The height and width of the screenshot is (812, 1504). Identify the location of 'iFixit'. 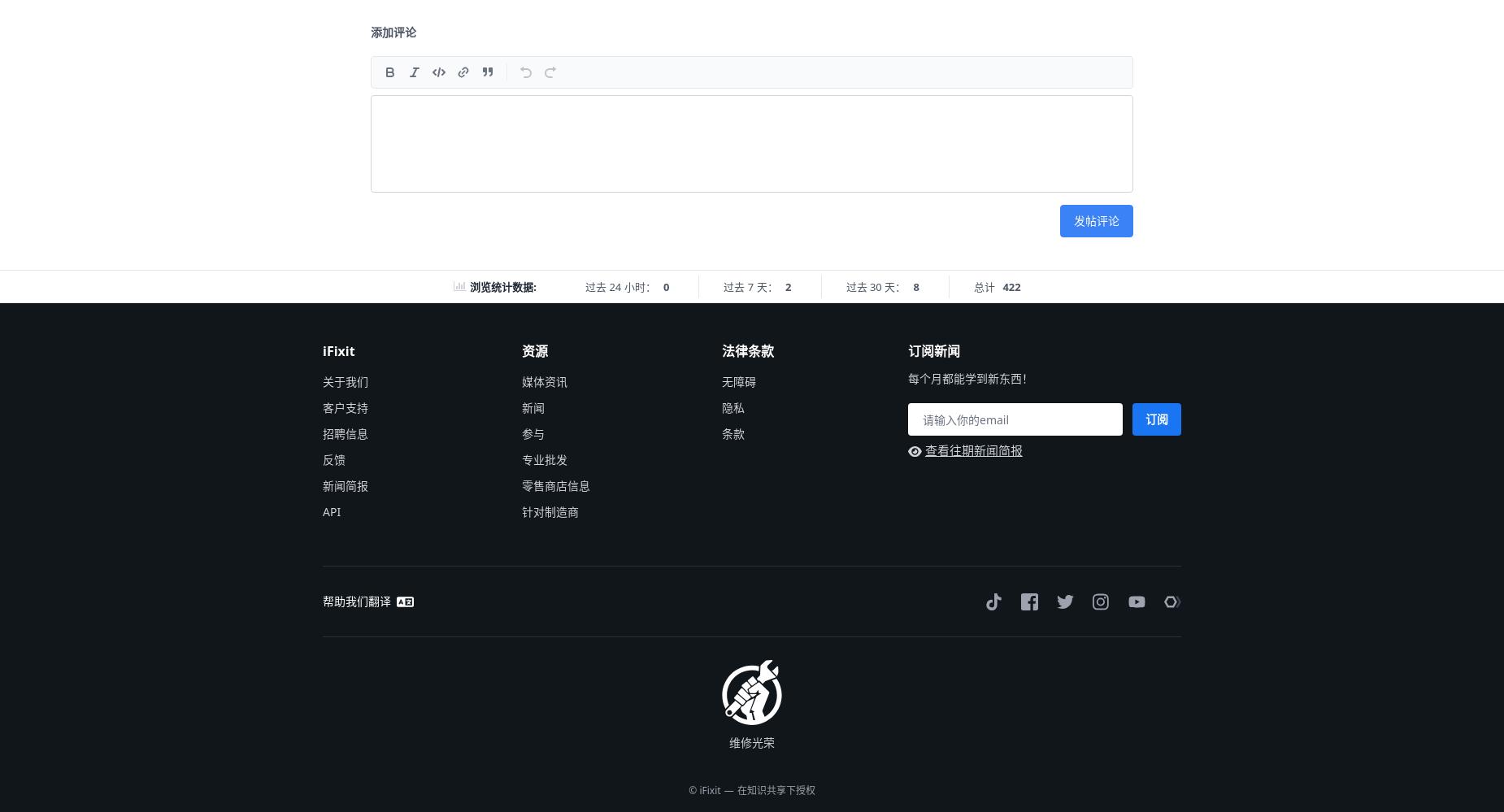
(337, 350).